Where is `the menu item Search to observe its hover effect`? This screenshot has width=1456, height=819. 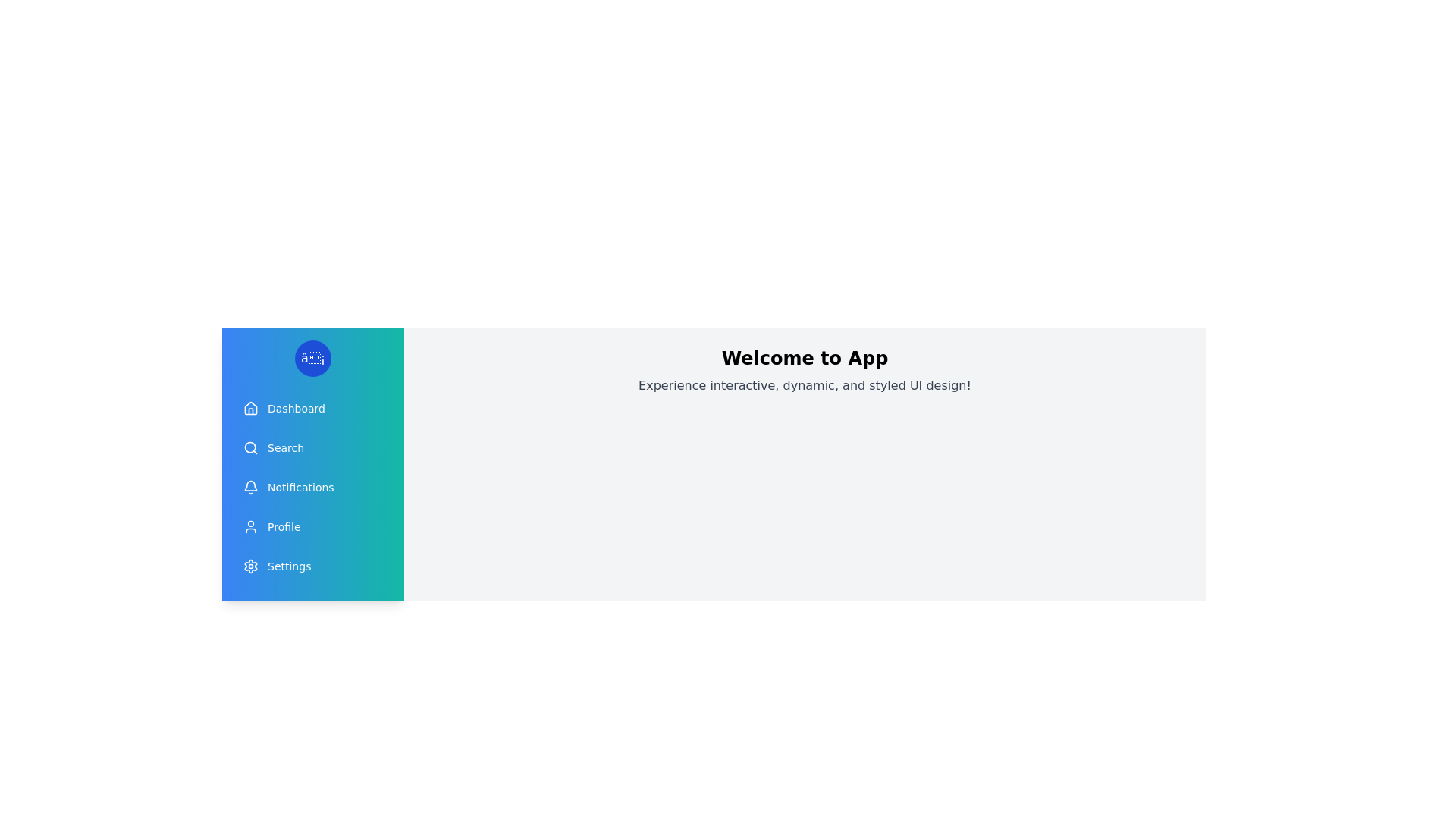 the menu item Search to observe its hover effect is located at coordinates (312, 447).